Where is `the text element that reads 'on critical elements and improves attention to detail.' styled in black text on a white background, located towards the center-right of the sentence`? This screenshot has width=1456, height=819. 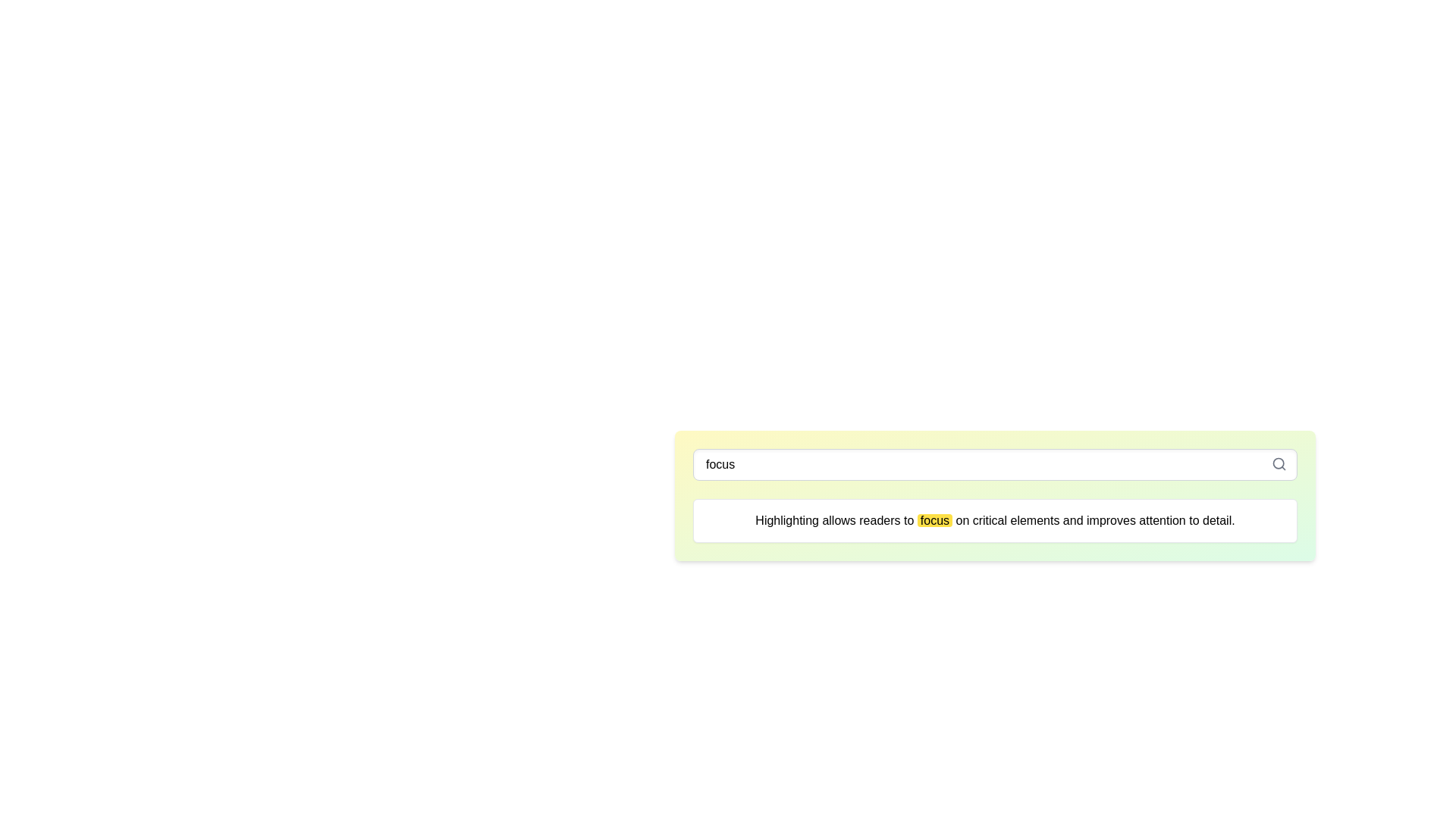
the text element that reads 'on critical elements and improves attention to detail.' styled in black text on a white background, located towards the center-right of the sentence is located at coordinates (1094, 519).